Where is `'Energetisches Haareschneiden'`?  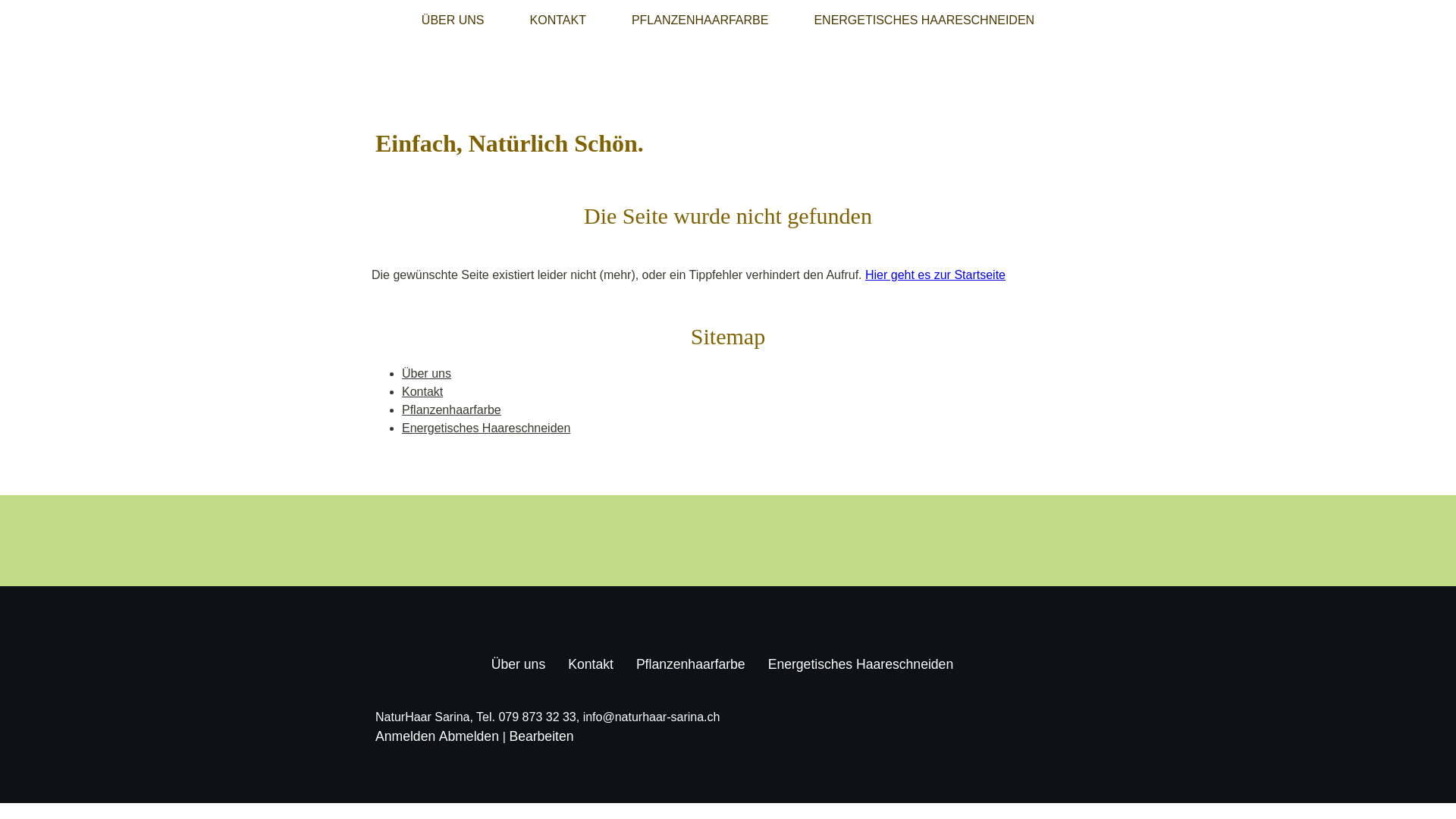 'Energetisches Haareschneiden' is located at coordinates (861, 663).